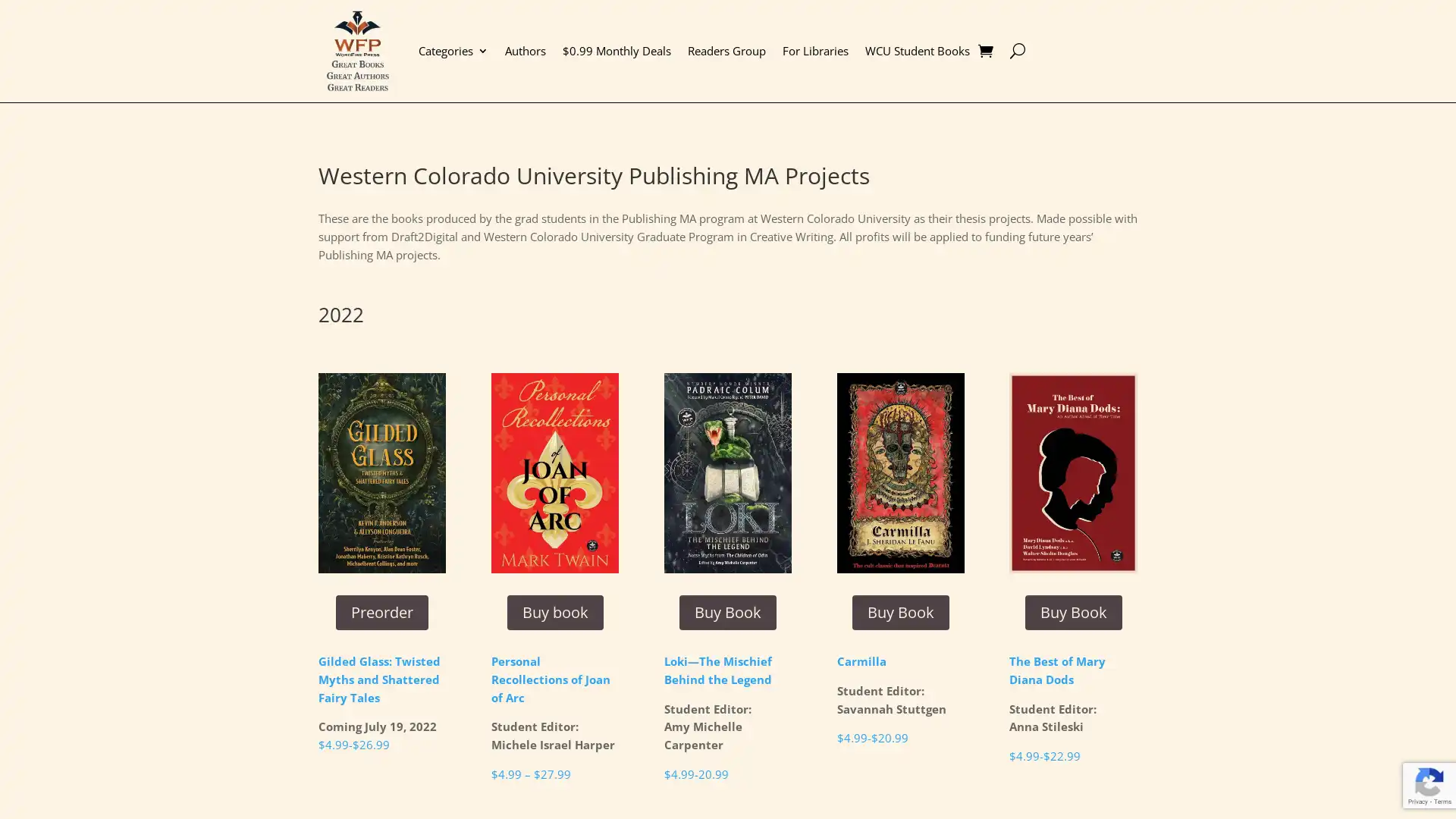 The width and height of the screenshot is (1456, 819). Describe the element at coordinates (1016, 49) in the screenshot. I see `U` at that location.